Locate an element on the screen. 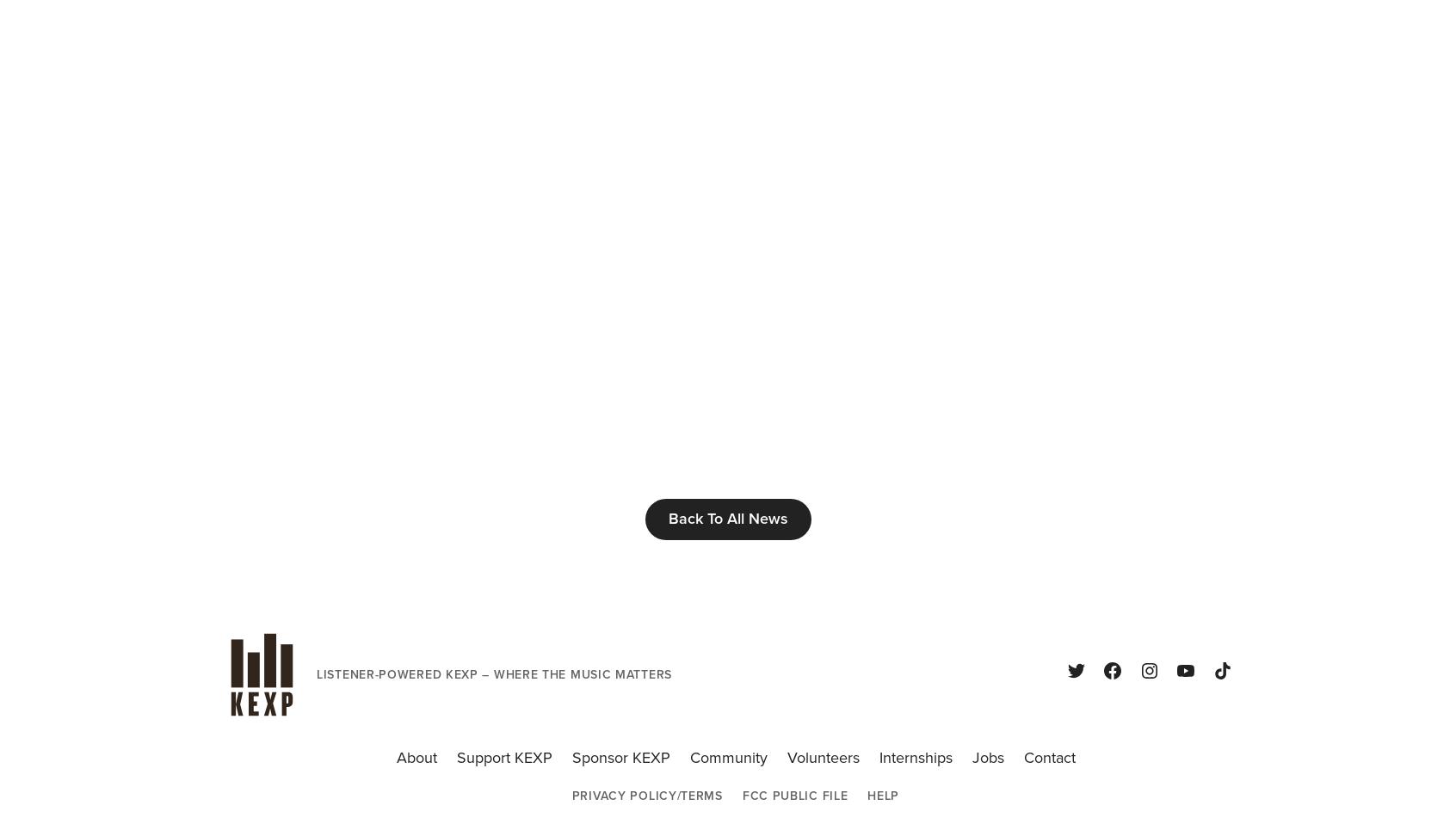  'Internships' is located at coordinates (877, 758).